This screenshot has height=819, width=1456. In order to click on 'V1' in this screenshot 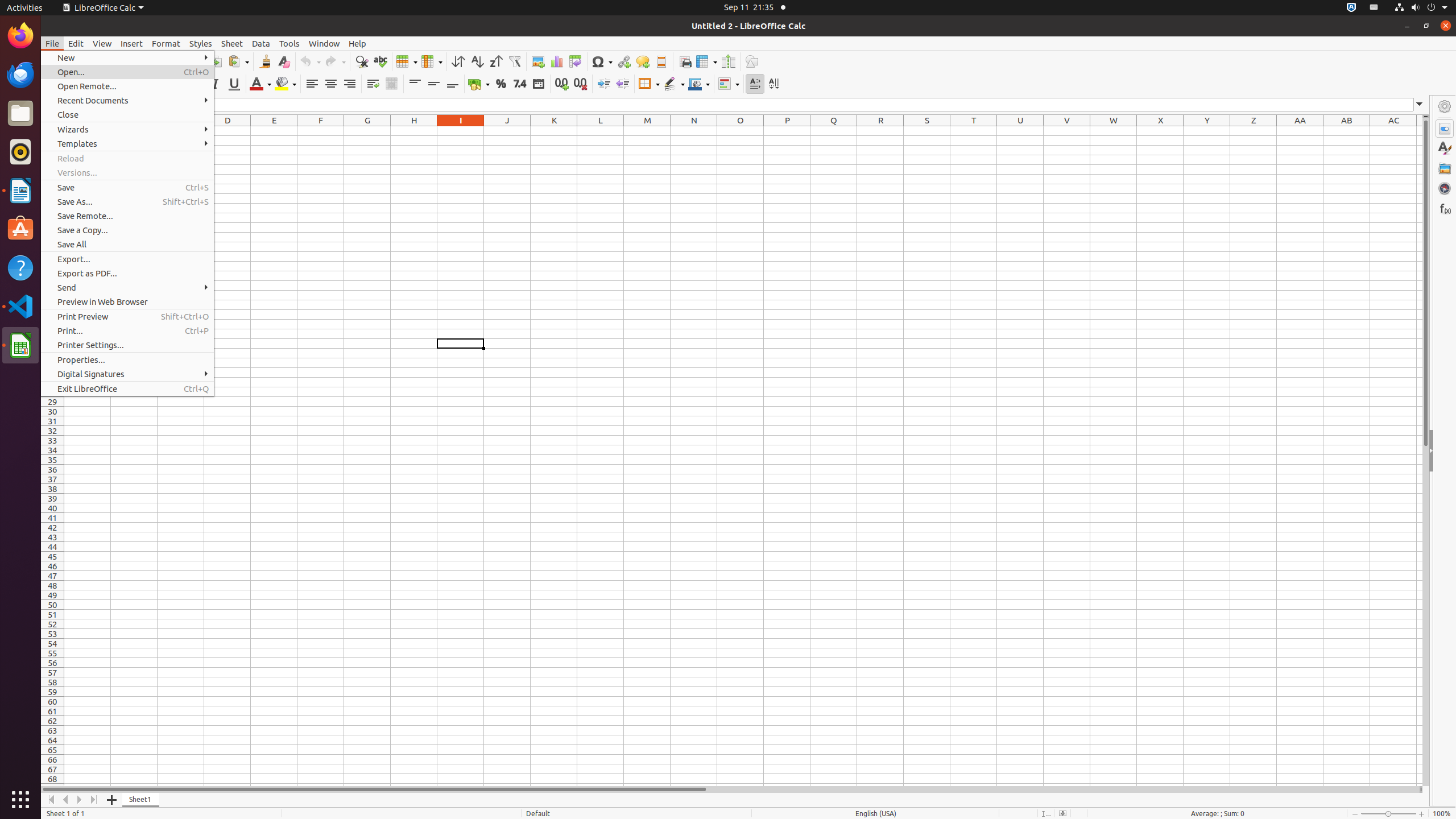, I will do `click(1066, 130)`.